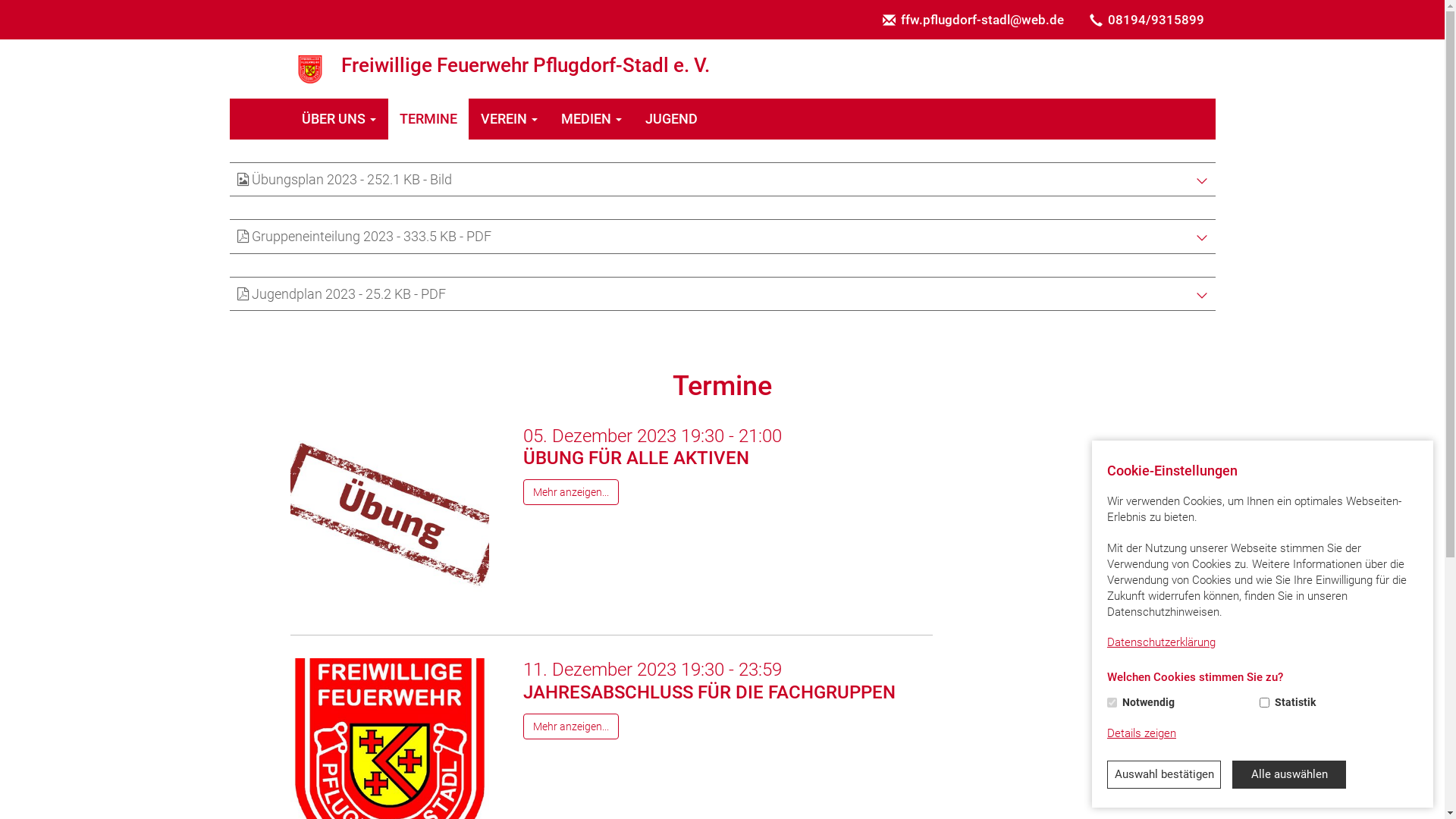 Image resolution: width=1456 pixels, height=819 pixels. What do you see at coordinates (671, 118) in the screenshot?
I see `'JUGEND'` at bounding box center [671, 118].